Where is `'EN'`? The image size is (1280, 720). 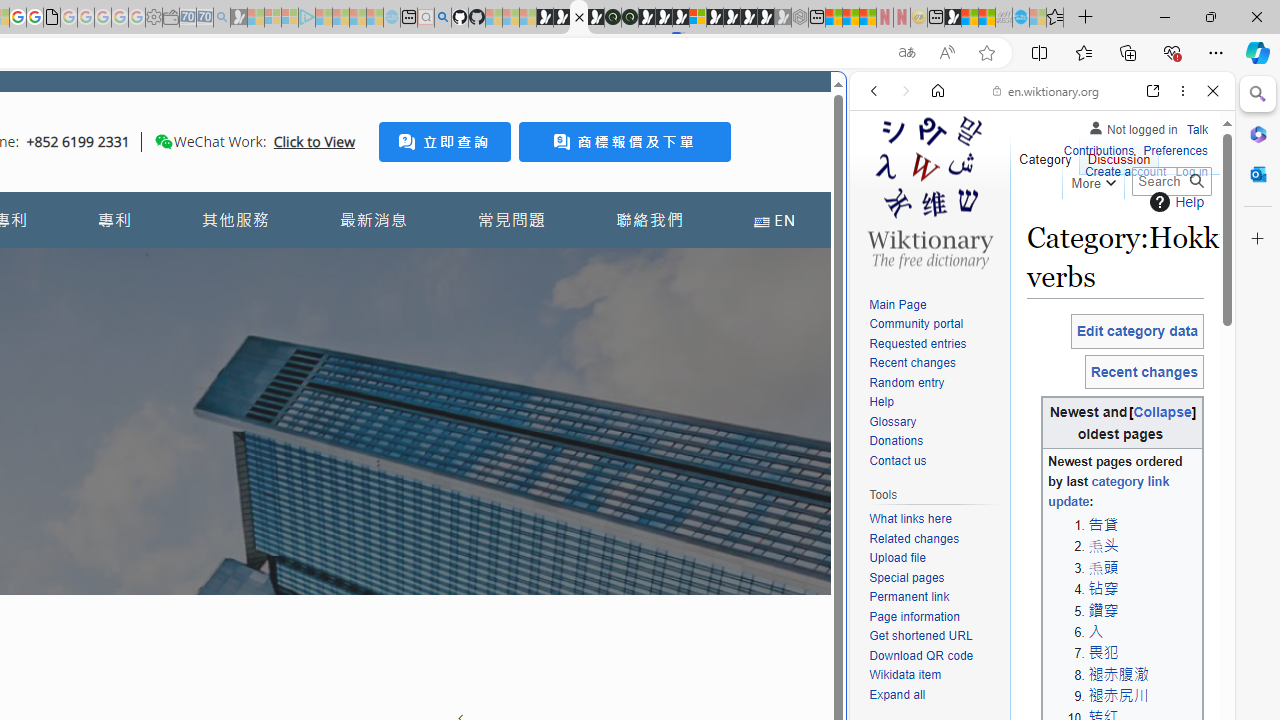
'EN' is located at coordinates (773, 220).